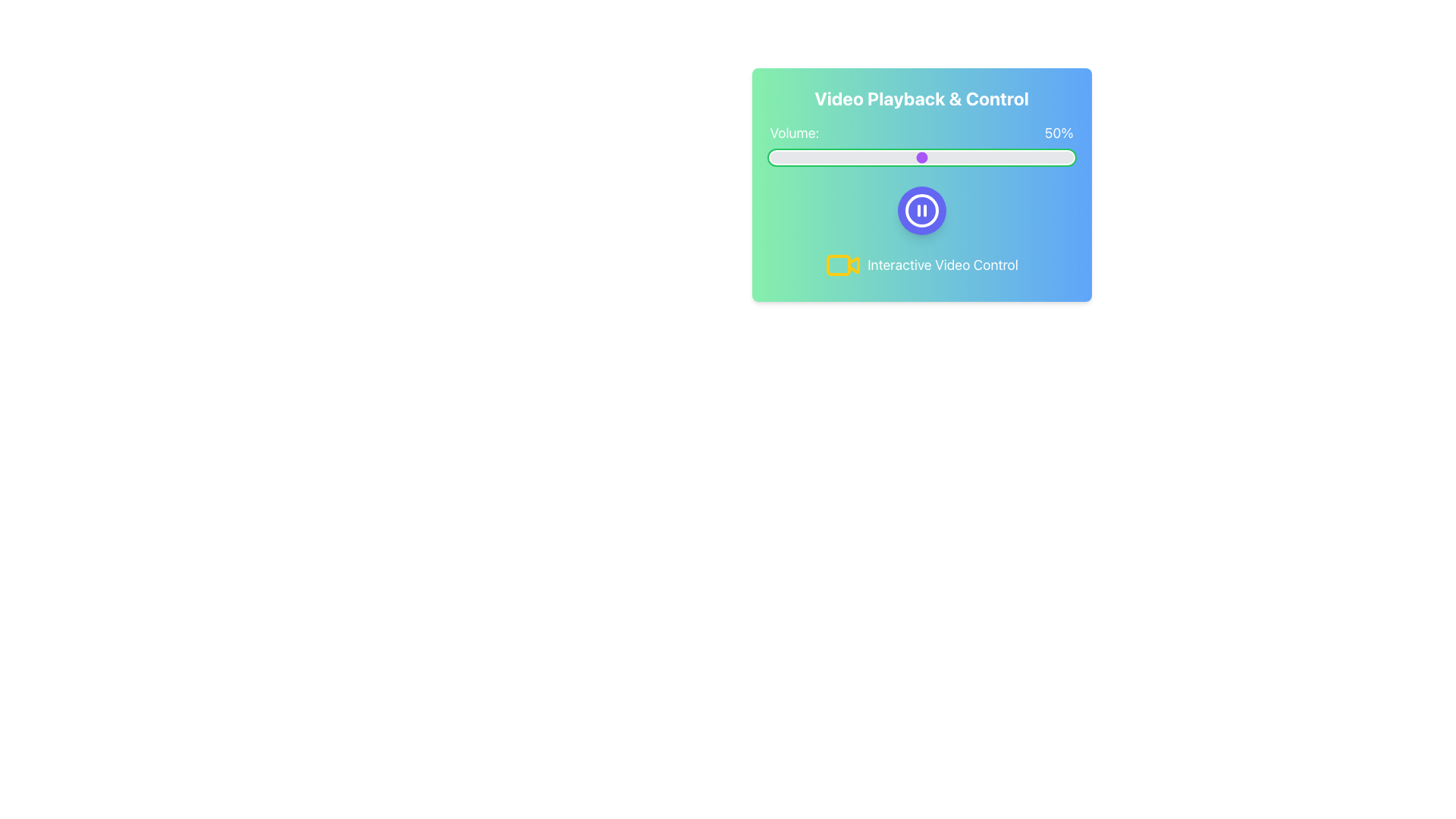 The height and width of the screenshot is (819, 1456). What do you see at coordinates (1018, 158) in the screenshot?
I see `the volume` at bounding box center [1018, 158].